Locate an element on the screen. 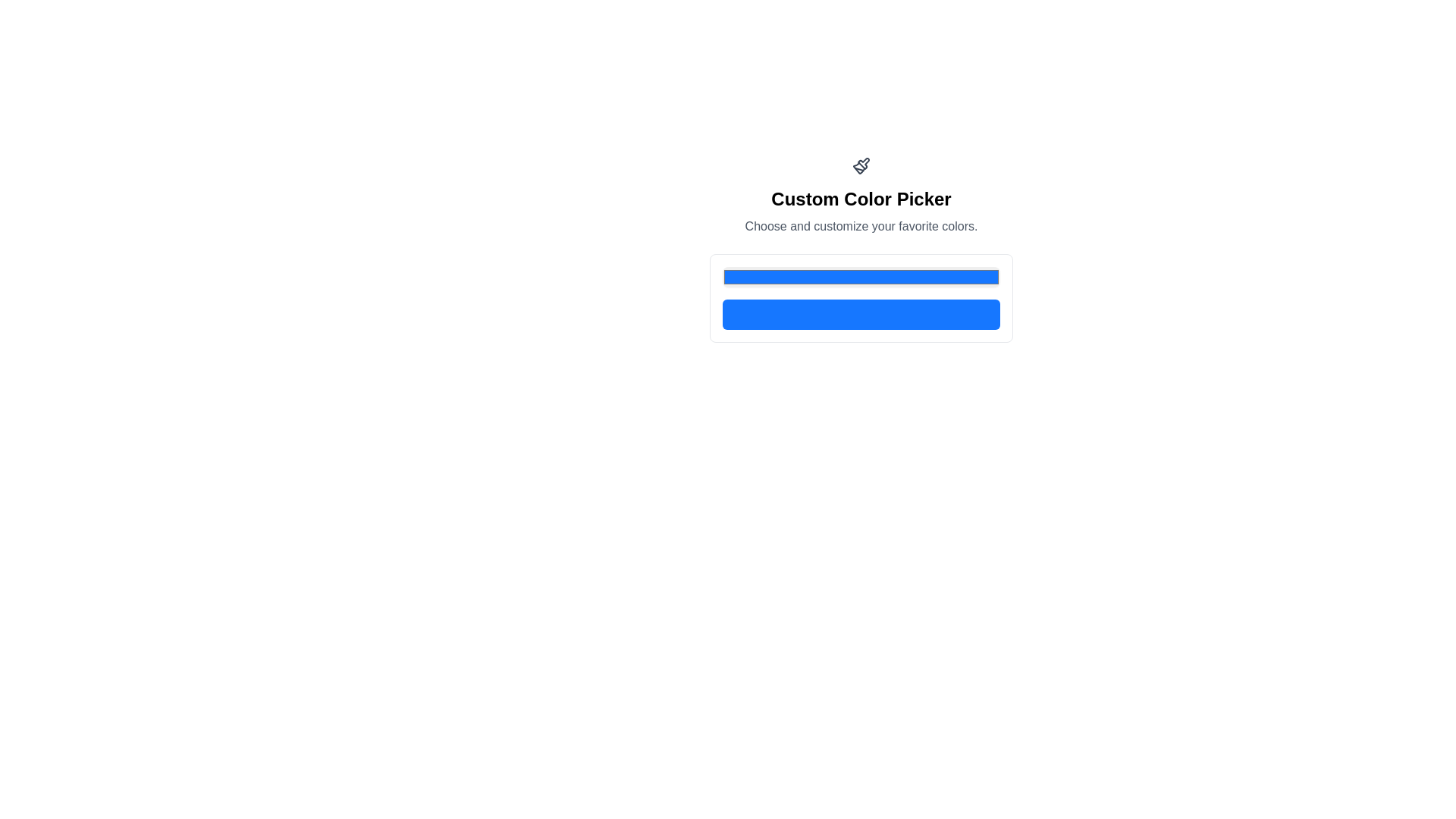 This screenshot has width=1456, height=819. the paintbrush icon located directly above the 'Custom Color Picker' text, which serves as a symbolic header for the customization section is located at coordinates (861, 166).